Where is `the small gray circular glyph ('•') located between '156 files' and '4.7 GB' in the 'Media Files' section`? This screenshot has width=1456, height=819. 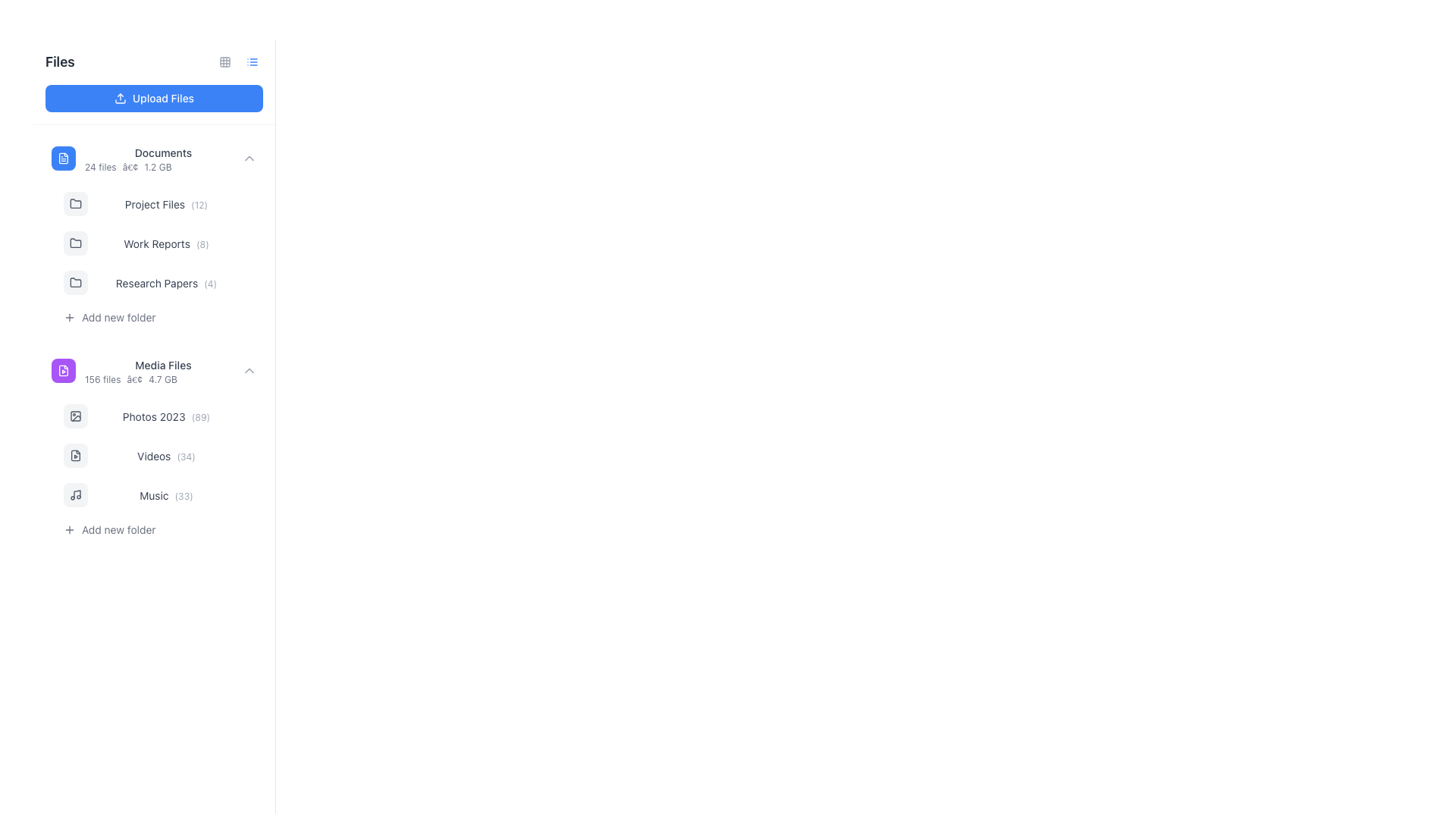 the small gray circular glyph ('•') located between '156 files' and '4.7 GB' in the 'Media Files' section is located at coordinates (134, 379).